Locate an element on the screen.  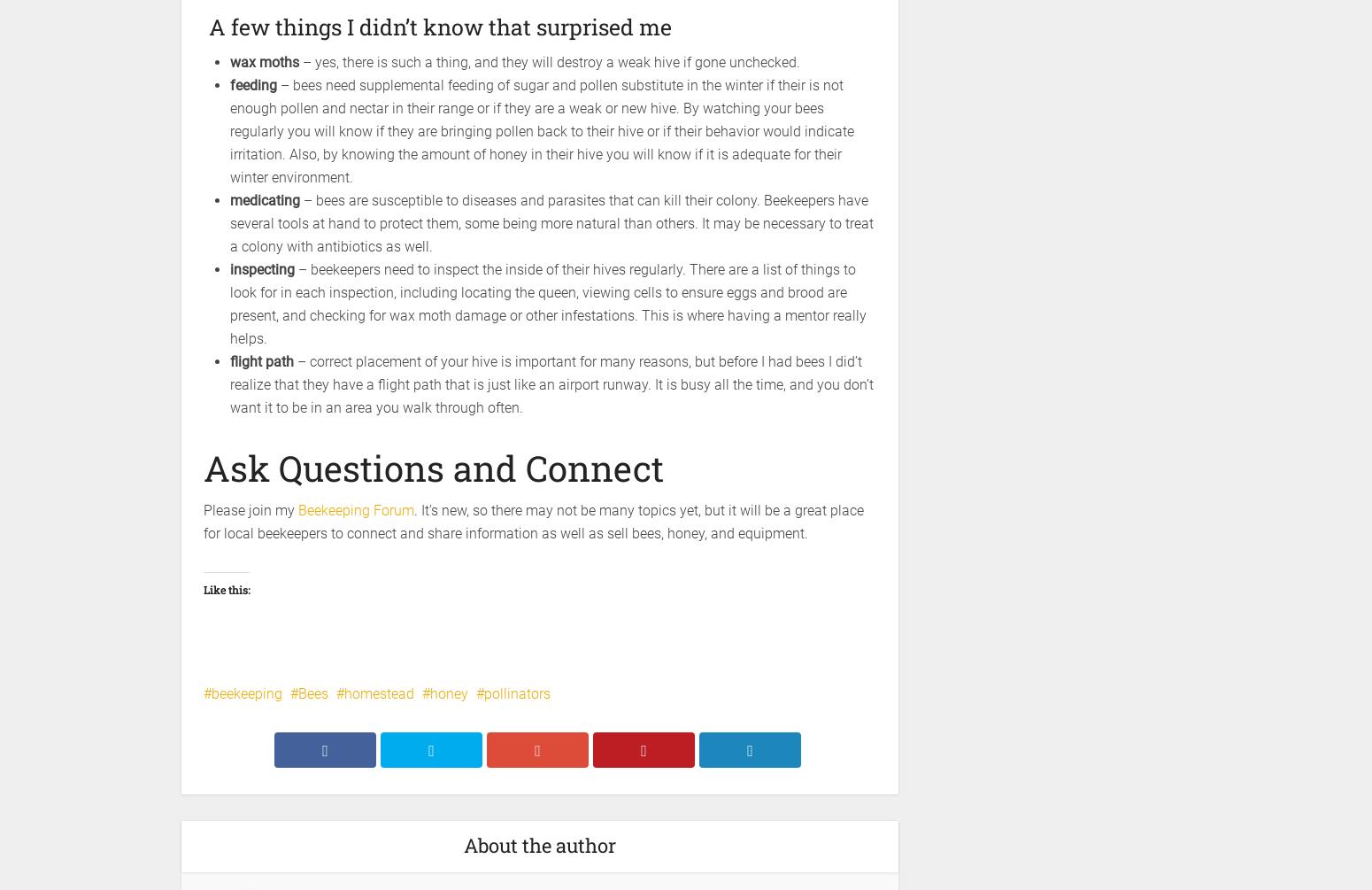
'Like this:' is located at coordinates (227, 589).